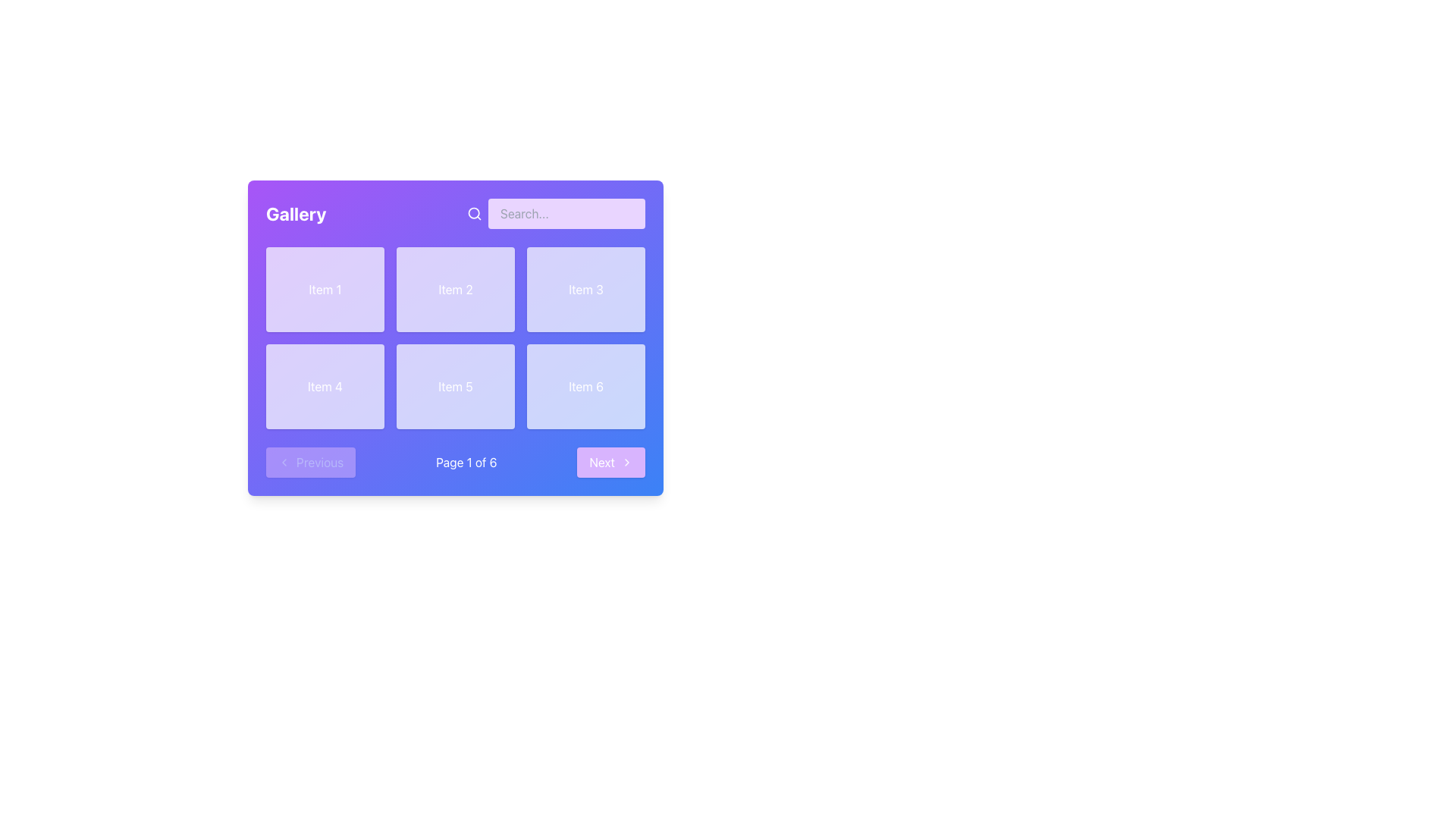 Image resolution: width=1456 pixels, height=819 pixels. I want to click on the rectangular tile with a light purple background and the text 'Item 6' centered in white font, which is the last tile in the second row of the grid layout, so click(585, 385).